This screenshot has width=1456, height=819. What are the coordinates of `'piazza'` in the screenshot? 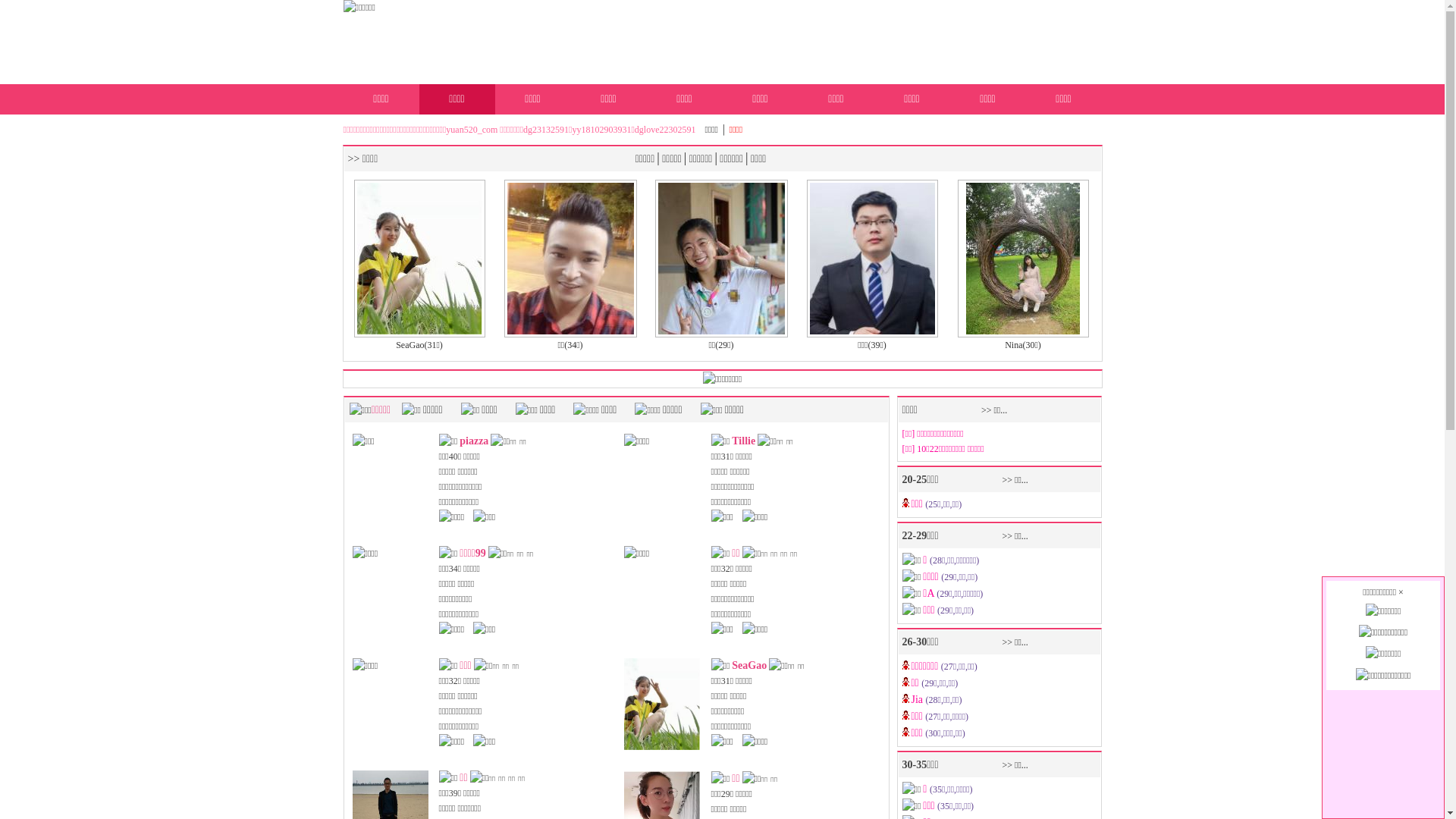 It's located at (458, 441).